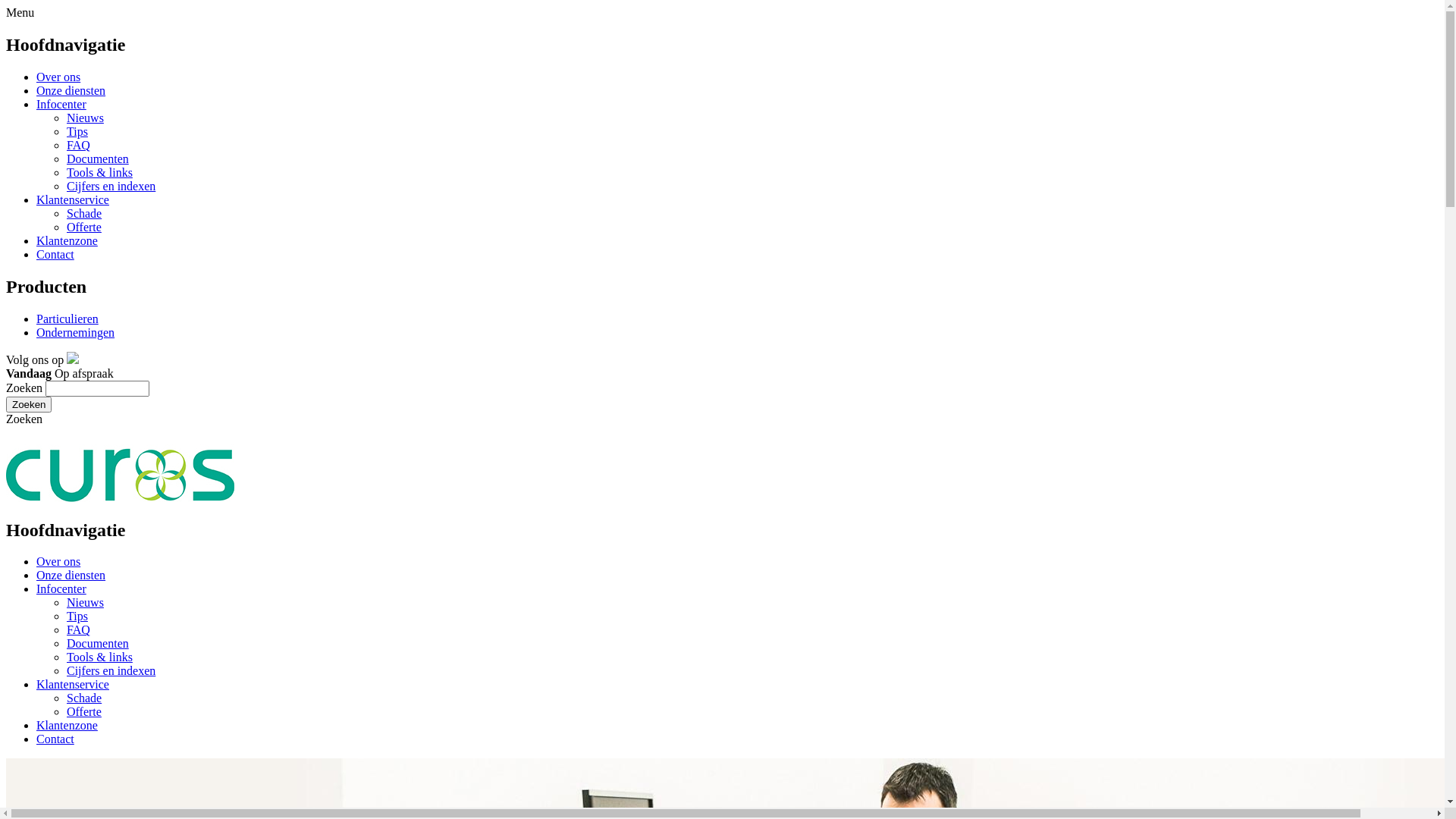 The height and width of the screenshot is (819, 1456). I want to click on 'Geef de woorden op waarnaar u wilt zoeken.', so click(45, 388).